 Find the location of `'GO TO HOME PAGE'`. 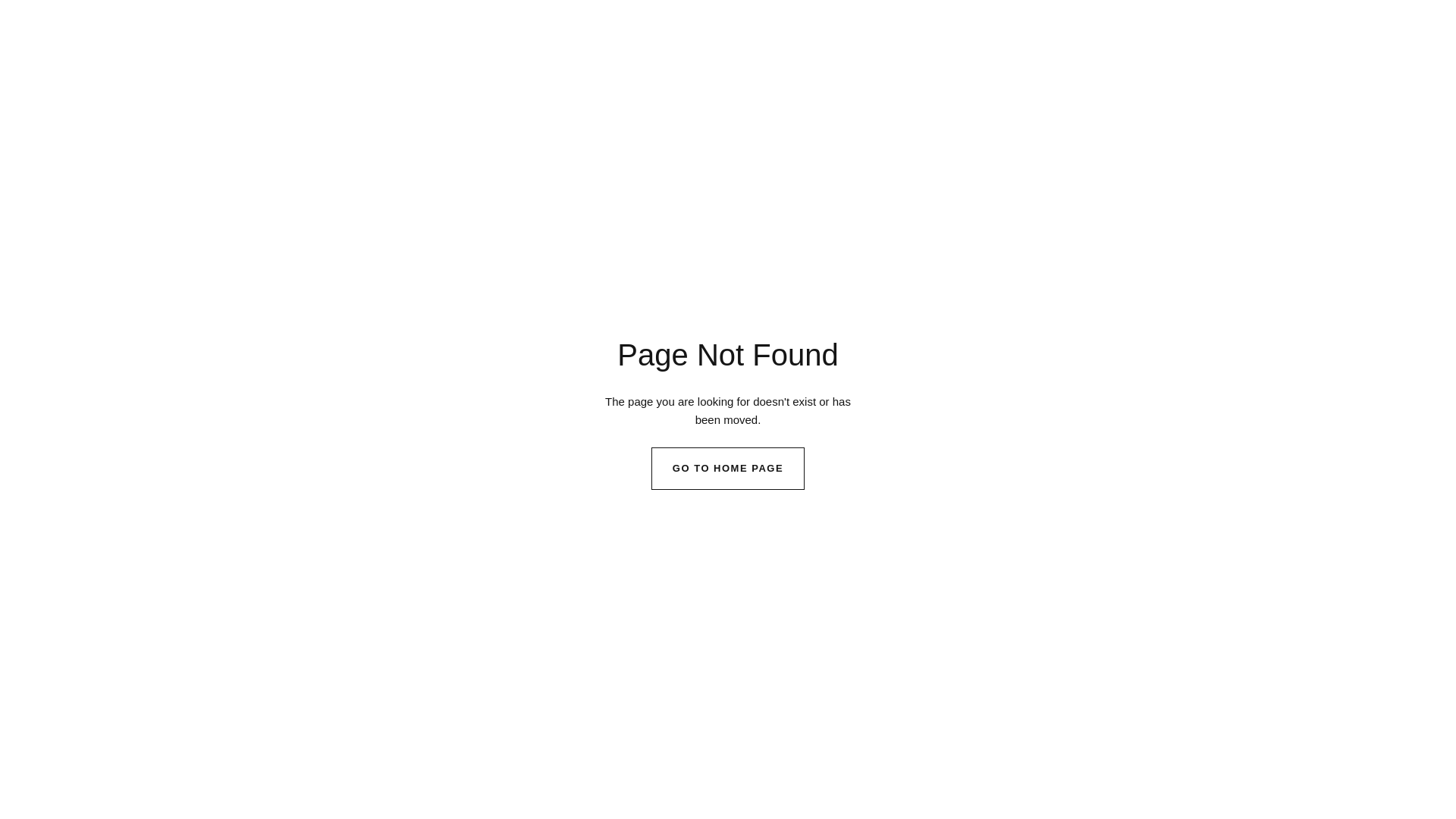

'GO TO HOME PAGE' is located at coordinates (651, 467).